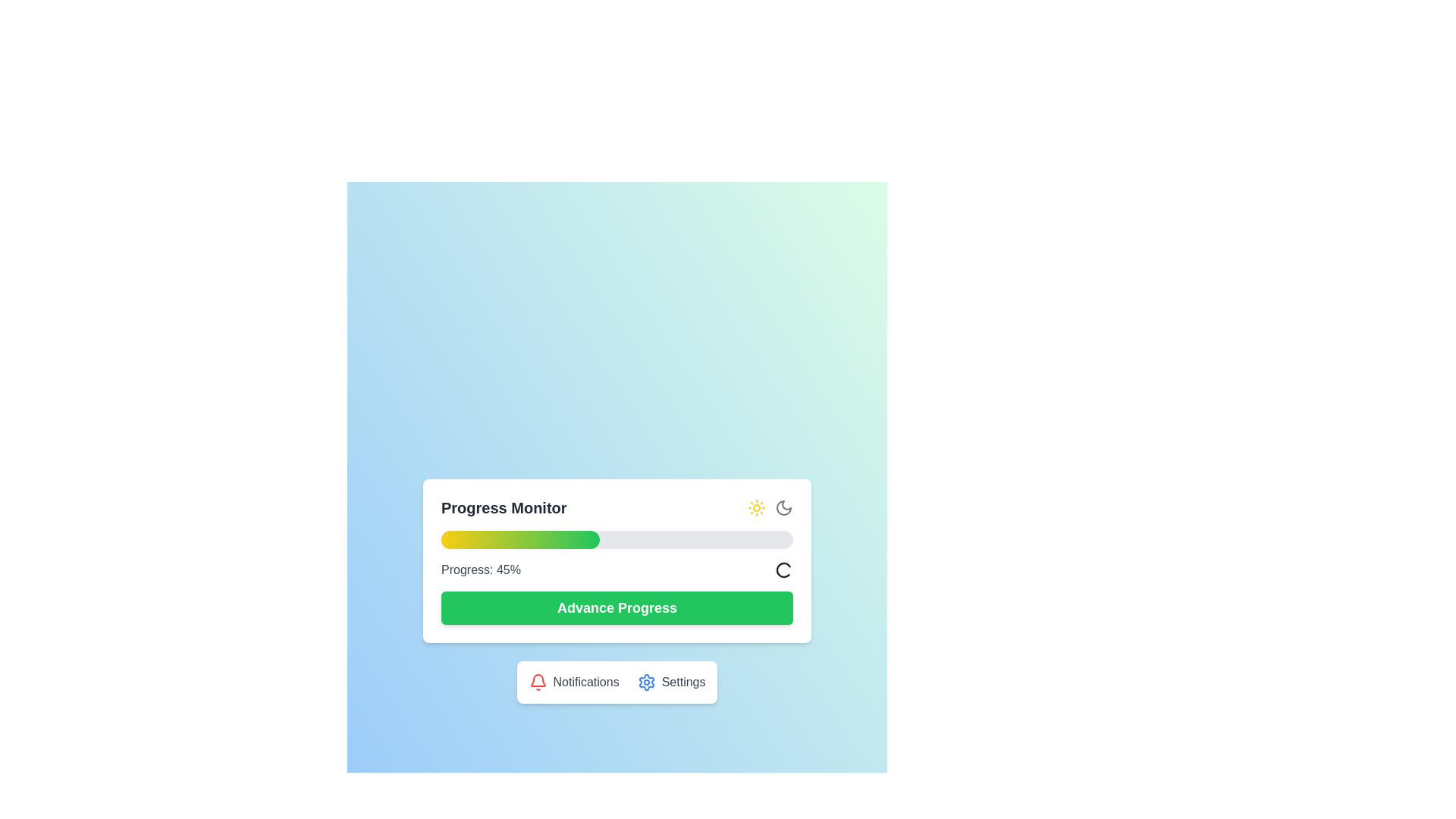 This screenshot has height=819, width=1456. What do you see at coordinates (670, 681) in the screenshot?
I see `the 'Settings' button, which features a blue gear icon and the text label 'Settings'` at bounding box center [670, 681].